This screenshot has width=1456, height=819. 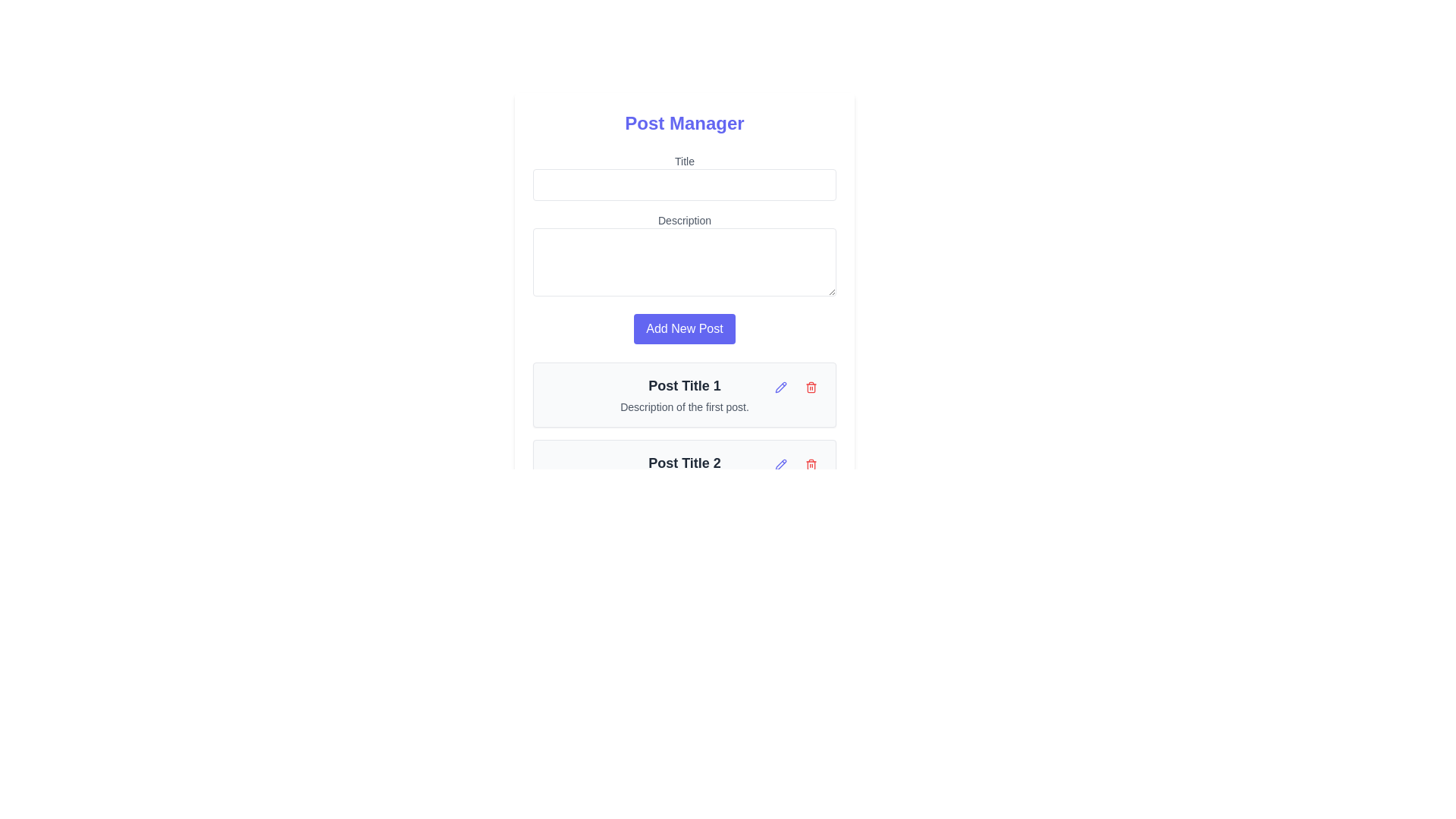 What do you see at coordinates (781, 386) in the screenshot?
I see `the pencil icon with a light blue outline within the circular button associated with 'Post Title 2' for visual feedback` at bounding box center [781, 386].